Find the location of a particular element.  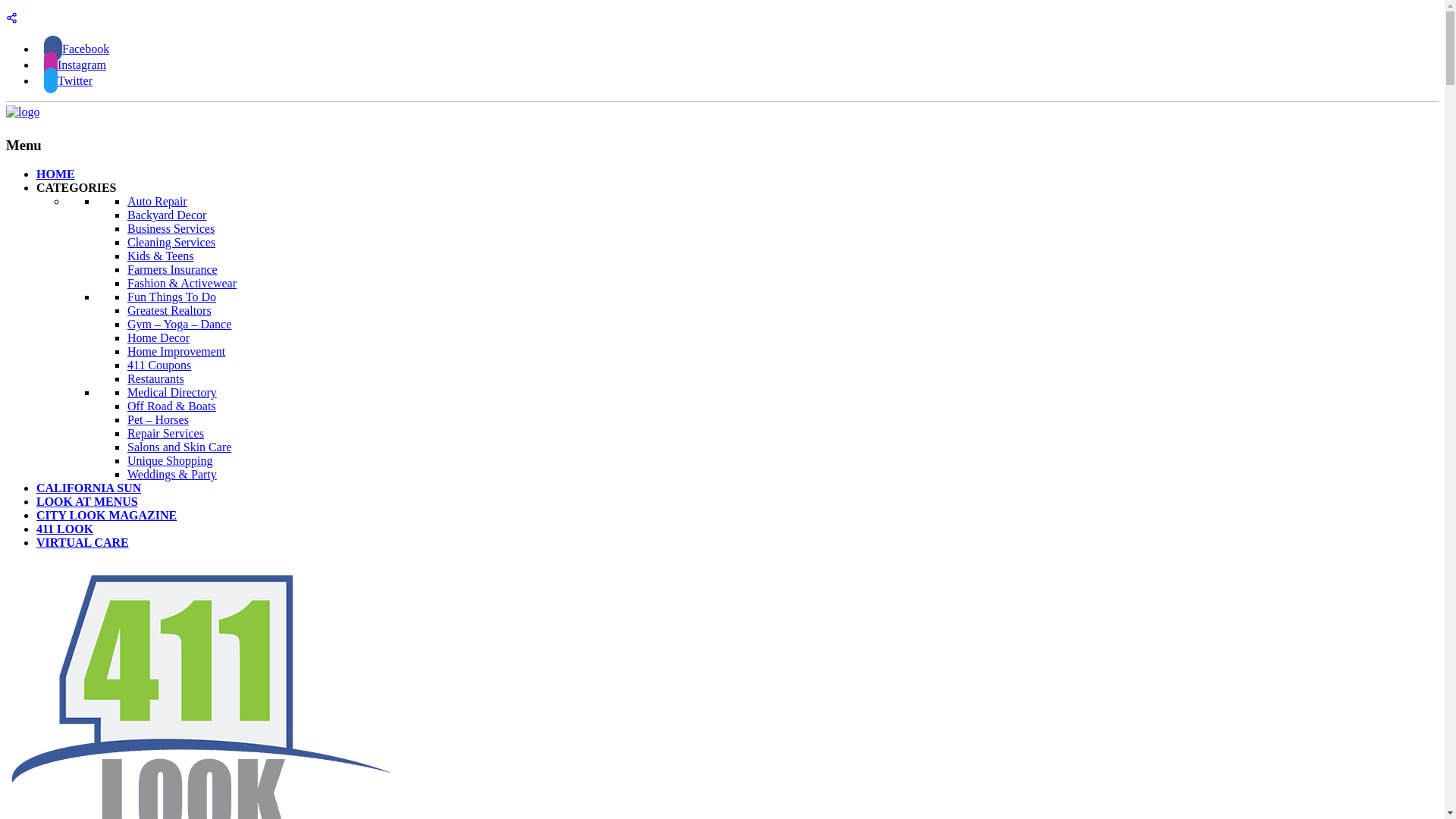

'Unique Shopping' is located at coordinates (170, 460).